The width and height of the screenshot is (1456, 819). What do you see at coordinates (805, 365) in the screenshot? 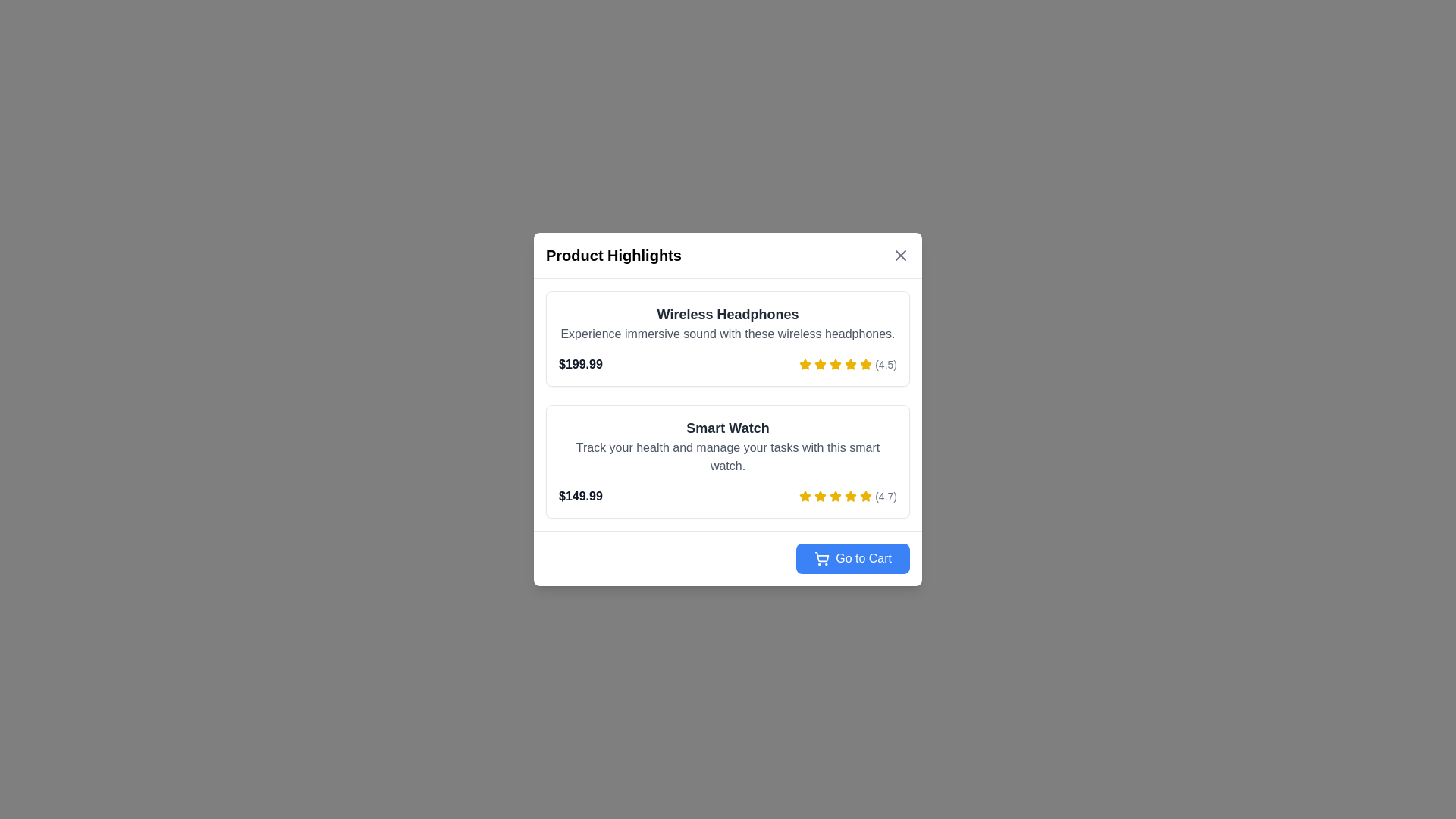
I see `the first star icon in the rating indicator for 'Wireless Headphones' to visually indicate the rating score of 4.5` at bounding box center [805, 365].